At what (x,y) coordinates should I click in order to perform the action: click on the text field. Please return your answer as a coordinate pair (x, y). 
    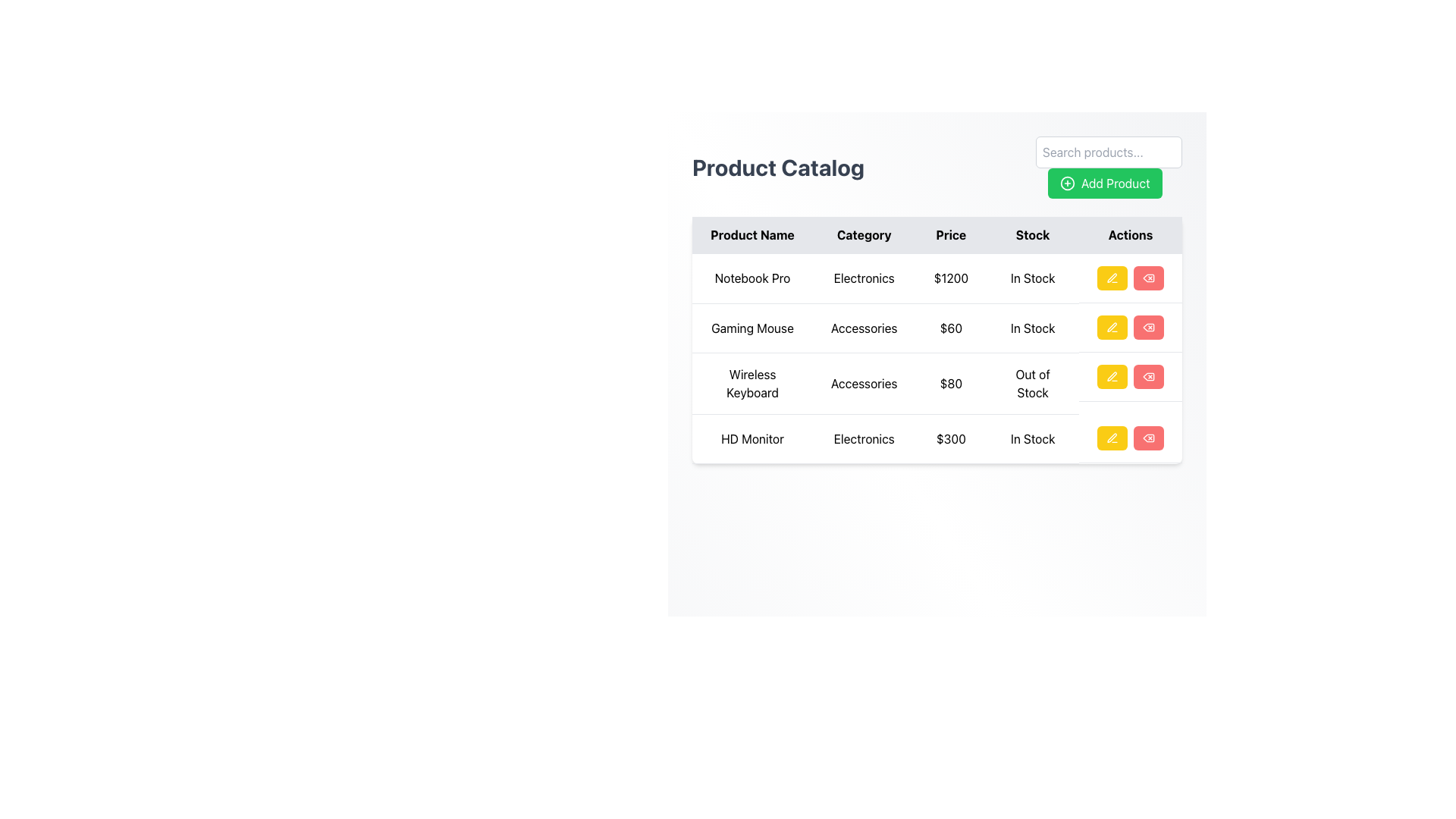
    Looking at the image, I should click on (937, 338).